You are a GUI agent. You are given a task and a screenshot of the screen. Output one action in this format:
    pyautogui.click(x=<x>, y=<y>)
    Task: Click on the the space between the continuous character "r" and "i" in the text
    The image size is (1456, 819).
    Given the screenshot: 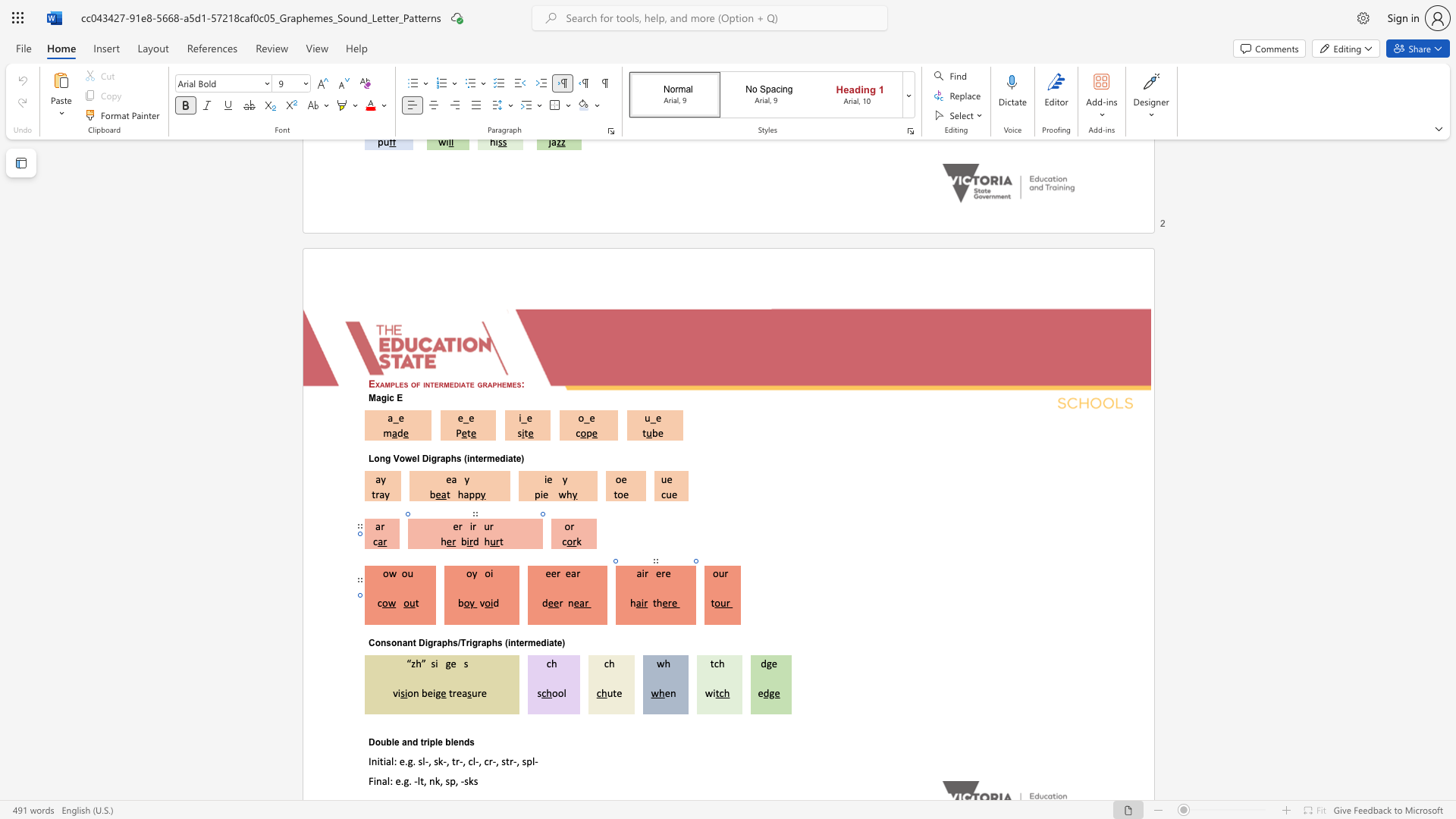 What is the action you would take?
    pyautogui.click(x=425, y=741)
    